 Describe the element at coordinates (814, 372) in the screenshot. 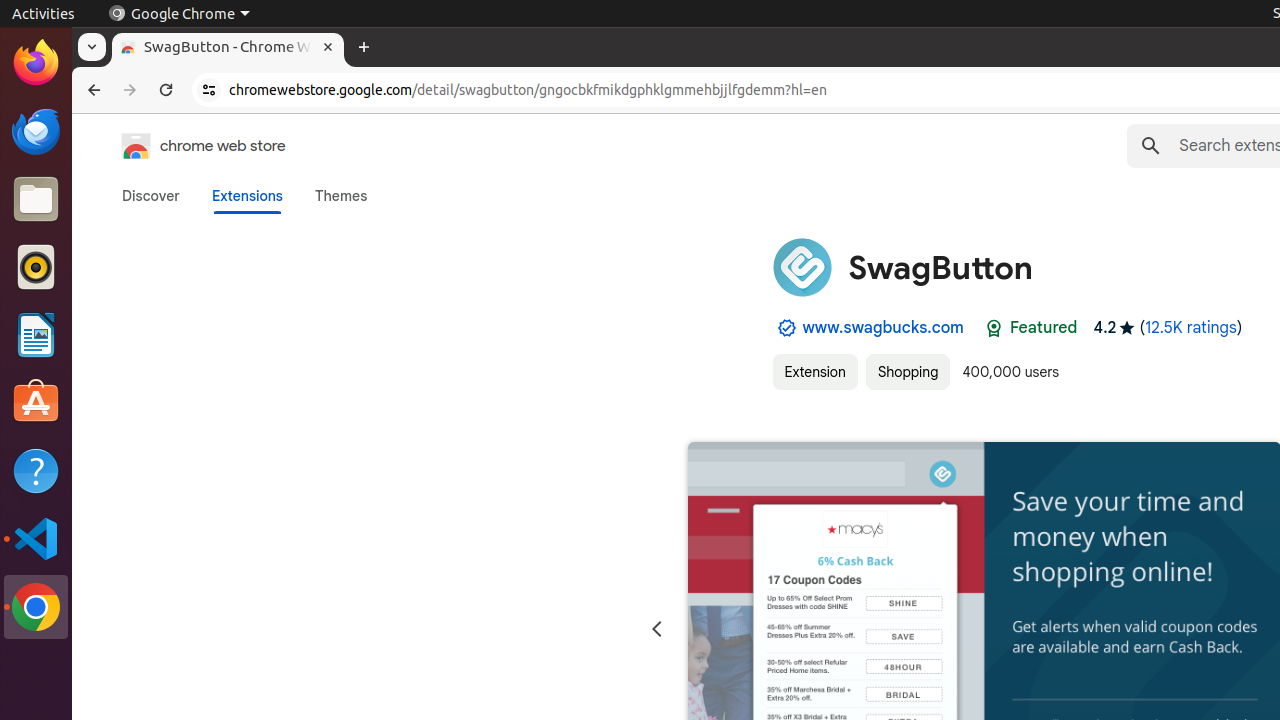

I see `'Extension'` at that location.